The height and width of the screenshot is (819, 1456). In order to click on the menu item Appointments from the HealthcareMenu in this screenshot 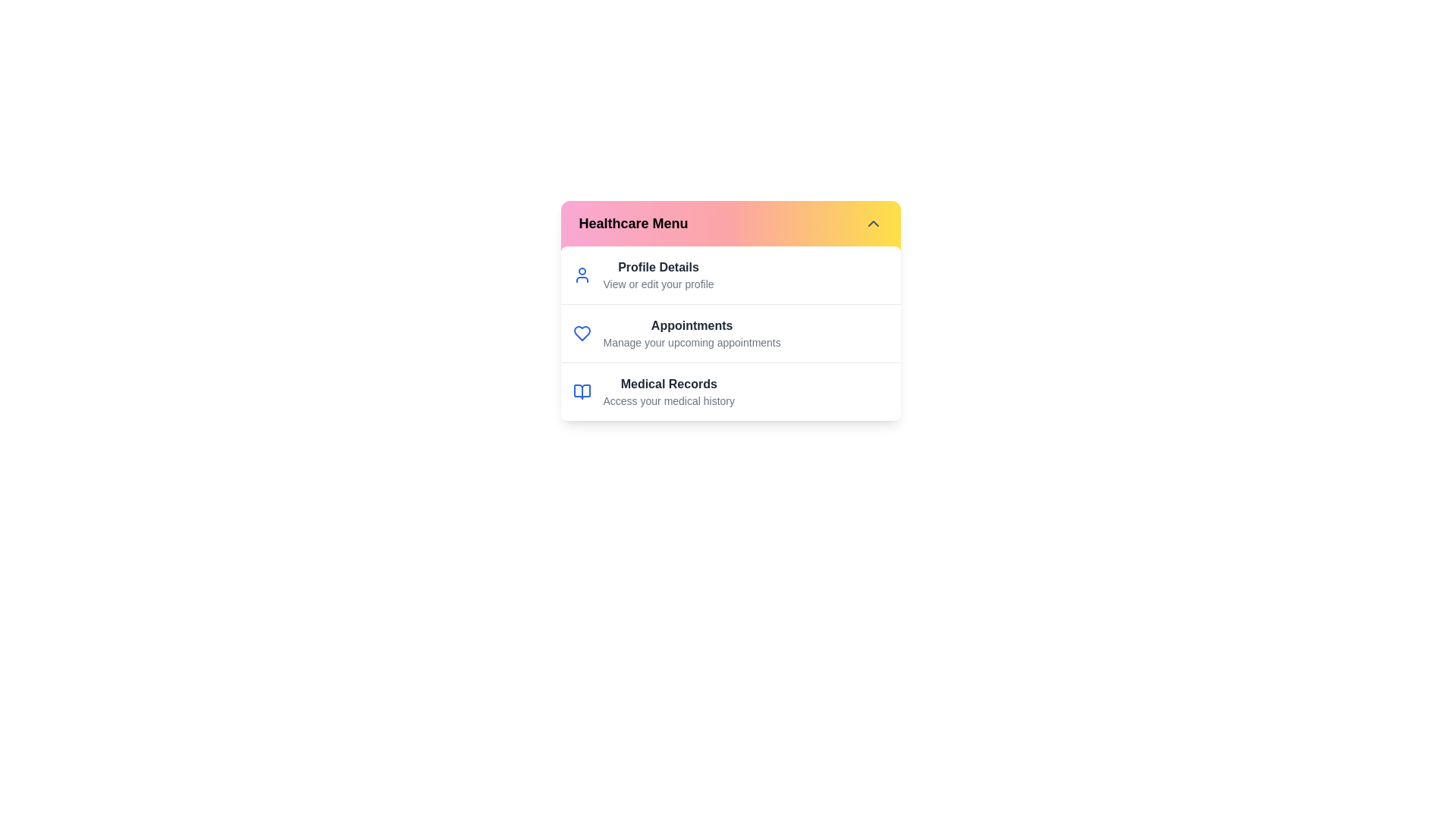, I will do `click(691, 332)`.